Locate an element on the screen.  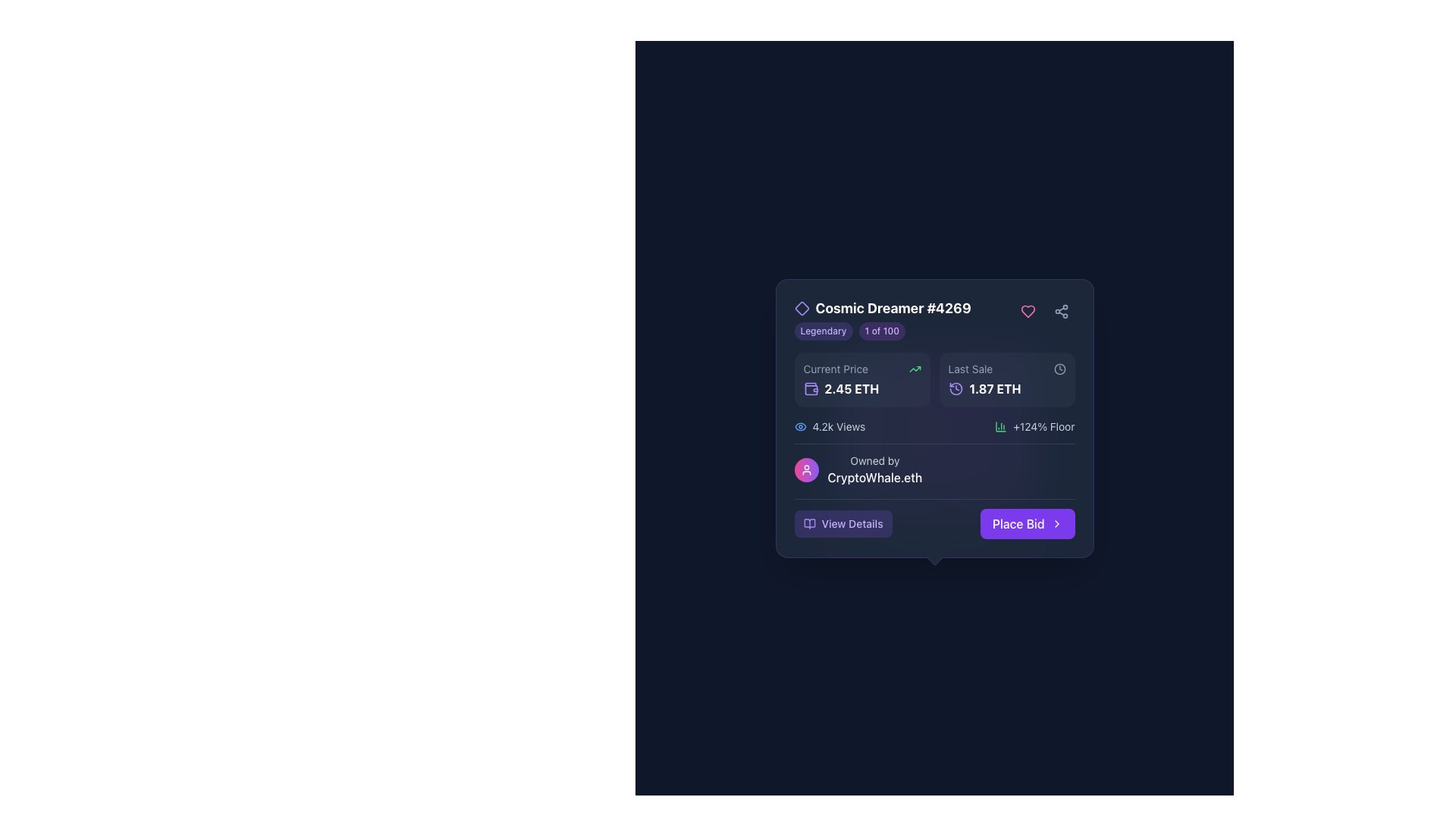
the Informational Display that shows the item's view count, floor percentage increase, and ownership details, located centrally under the price information and above the action buttons is located at coordinates (934, 452).